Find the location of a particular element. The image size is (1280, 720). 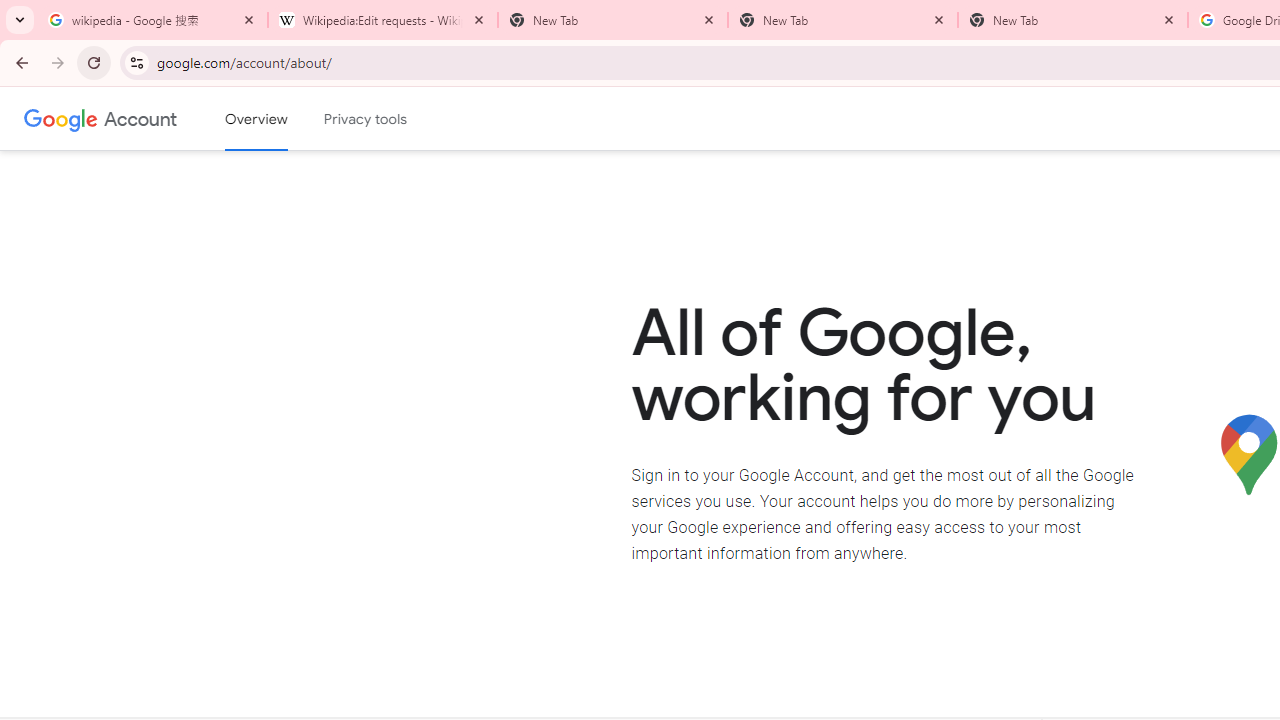

'Google Account overview' is located at coordinates (255, 119).